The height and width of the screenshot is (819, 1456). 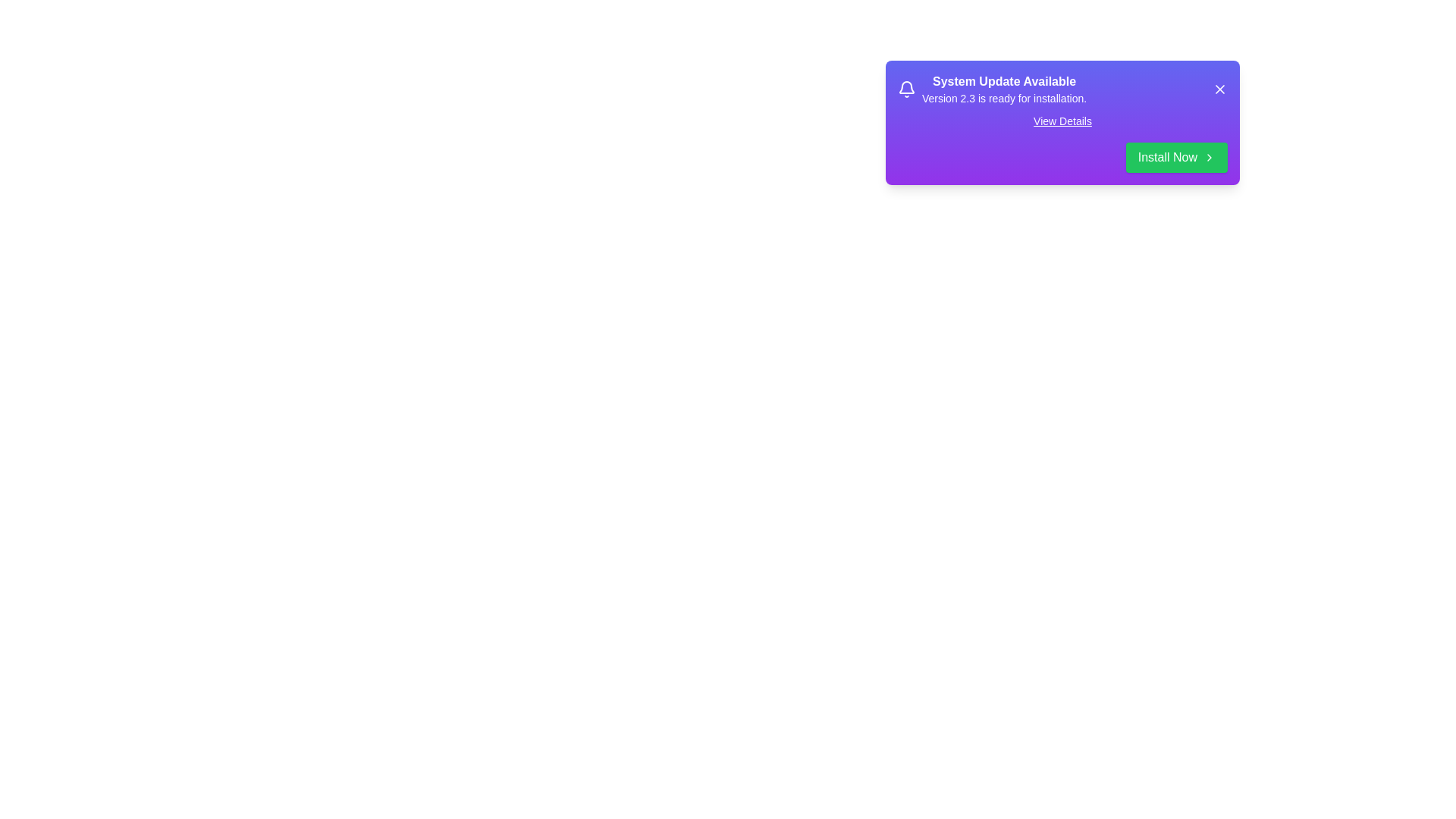 I want to click on the 'Install Now' button to start the installation process, so click(x=1175, y=158).